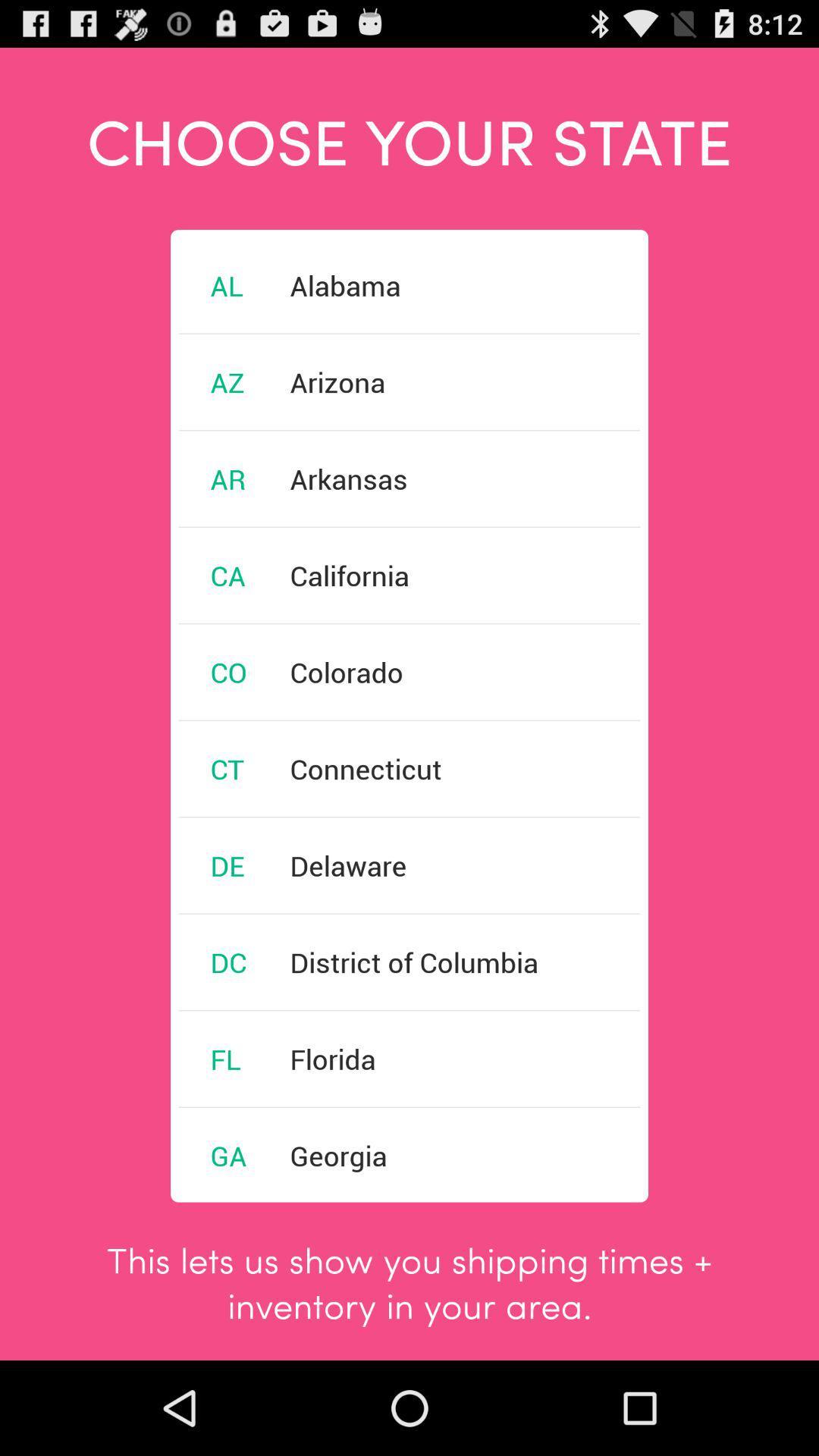  What do you see at coordinates (337, 1154) in the screenshot?
I see `the icon to the right of the ga item` at bounding box center [337, 1154].